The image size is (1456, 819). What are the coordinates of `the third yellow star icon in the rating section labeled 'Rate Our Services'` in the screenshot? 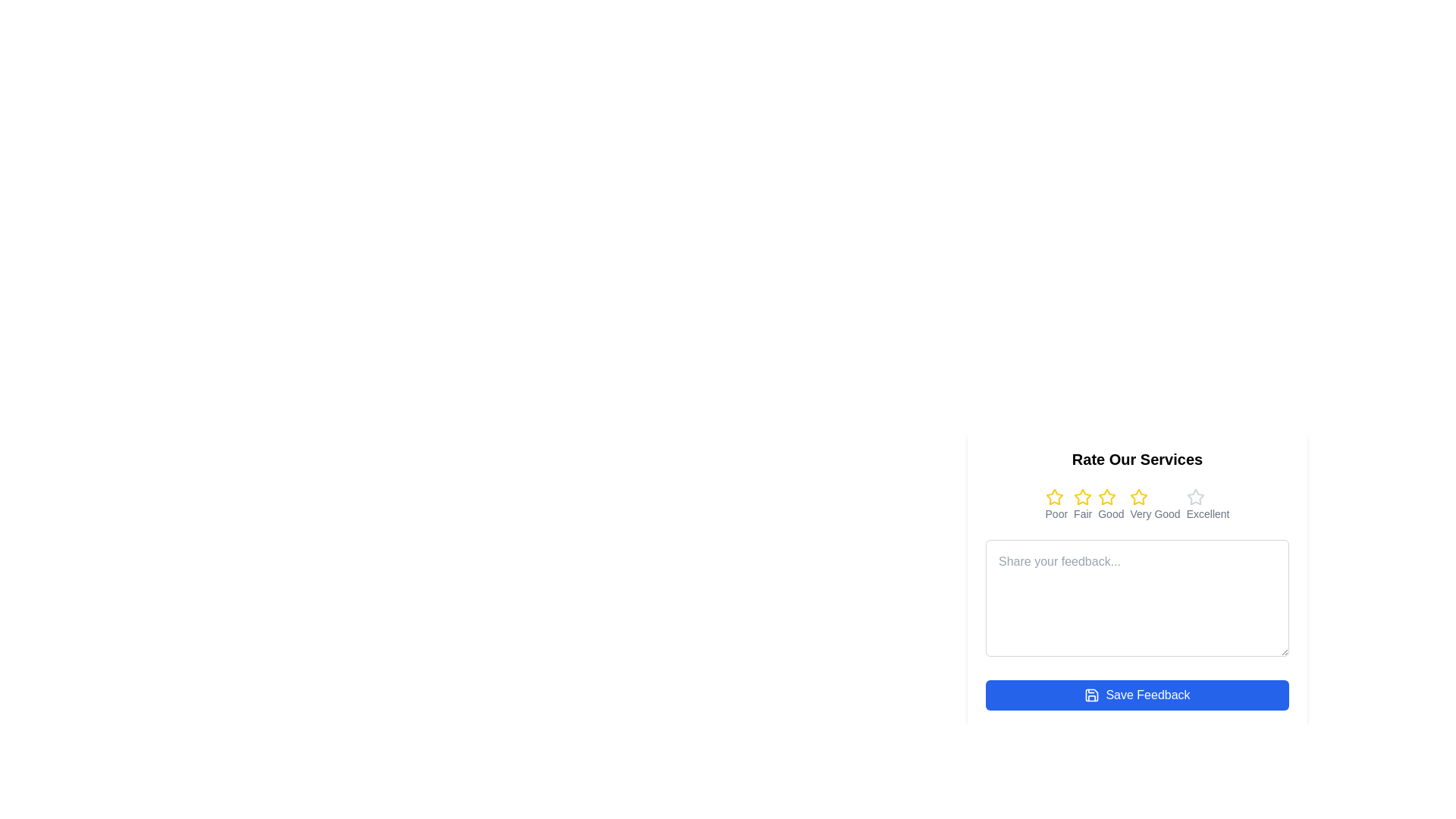 It's located at (1107, 497).